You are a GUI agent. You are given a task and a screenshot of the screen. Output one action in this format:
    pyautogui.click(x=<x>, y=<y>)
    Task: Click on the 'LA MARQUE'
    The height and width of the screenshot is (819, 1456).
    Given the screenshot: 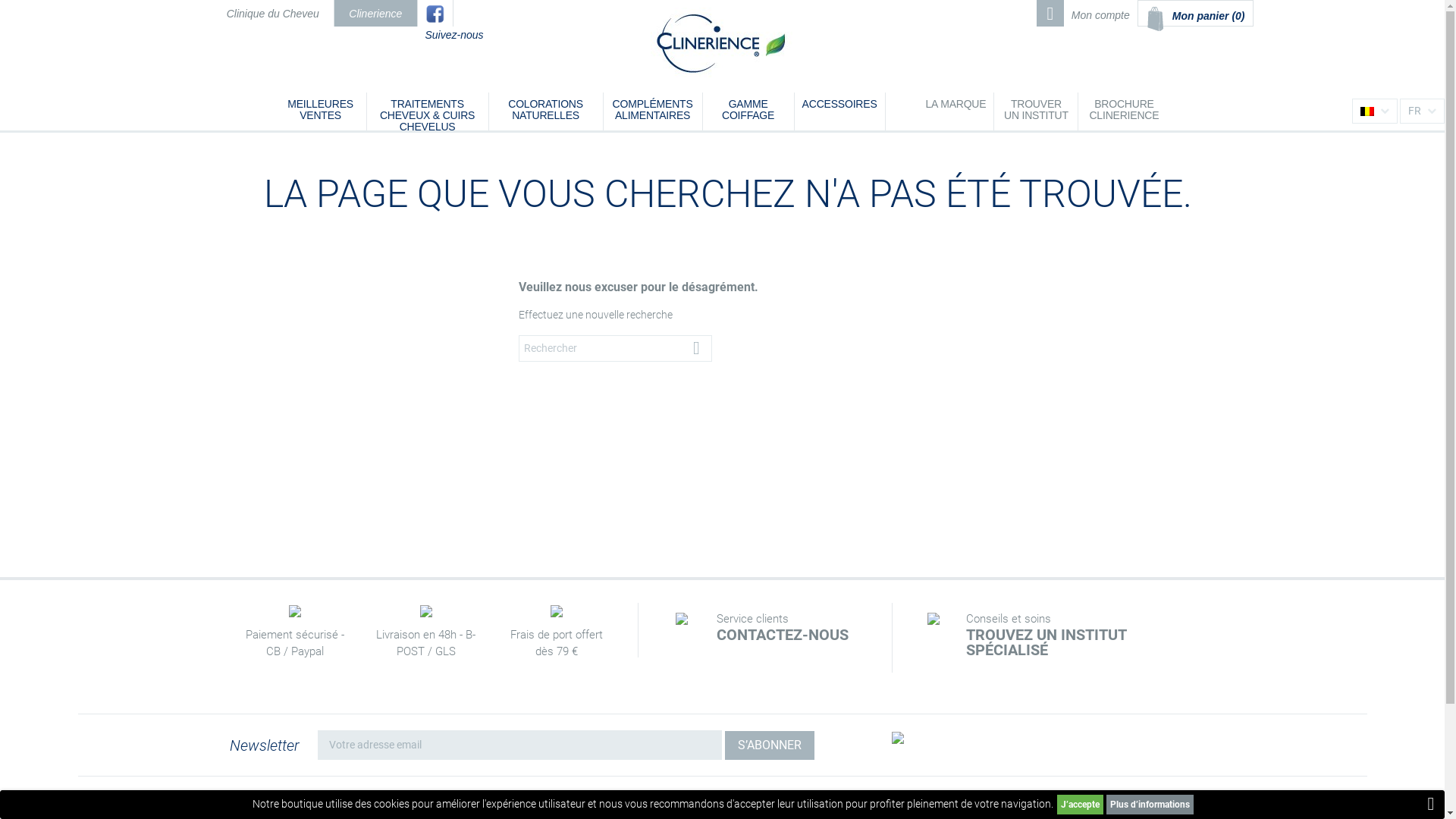 What is the action you would take?
    pyautogui.click(x=955, y=110)
    